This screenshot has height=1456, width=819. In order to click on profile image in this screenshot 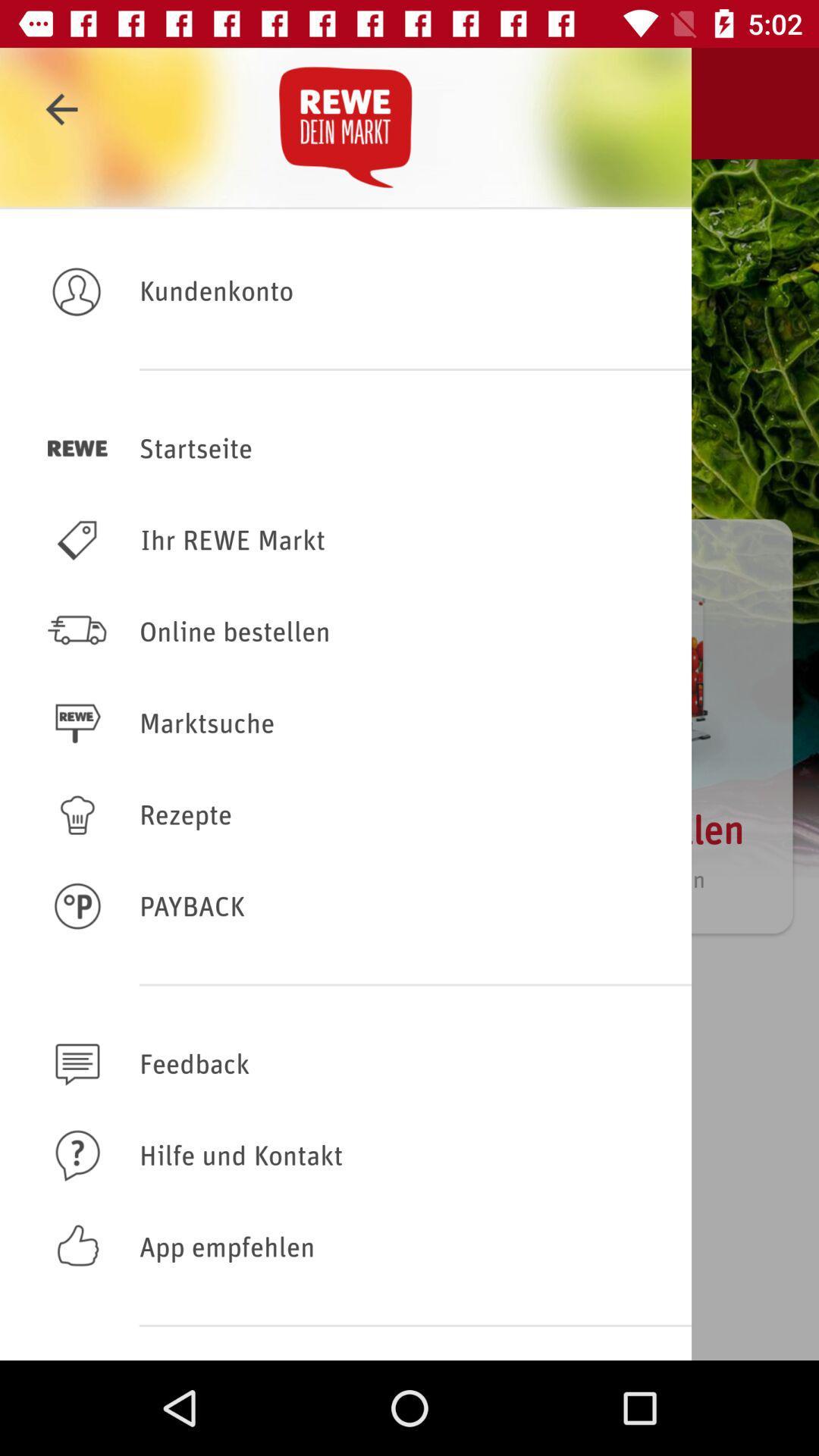, I will do `click(77, 290)`.